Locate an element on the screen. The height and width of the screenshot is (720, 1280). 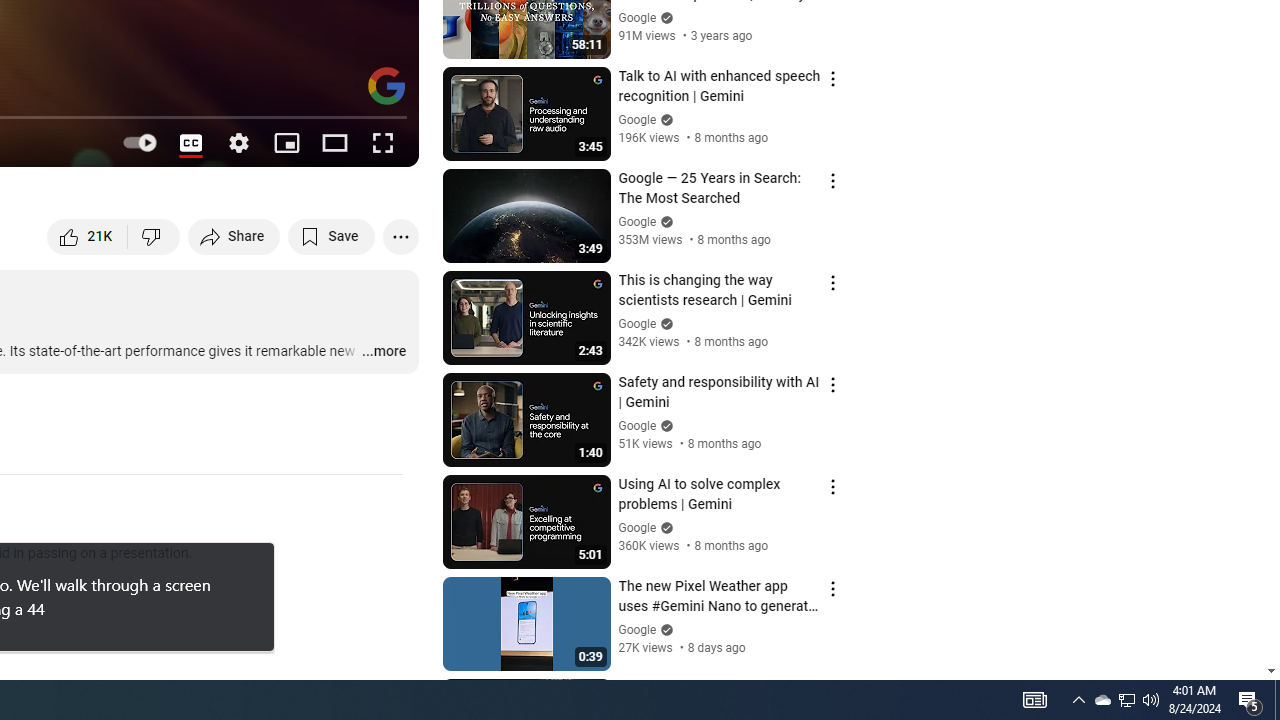
'like this video along with 21,118 other people' is located at coordinates (87, 235).